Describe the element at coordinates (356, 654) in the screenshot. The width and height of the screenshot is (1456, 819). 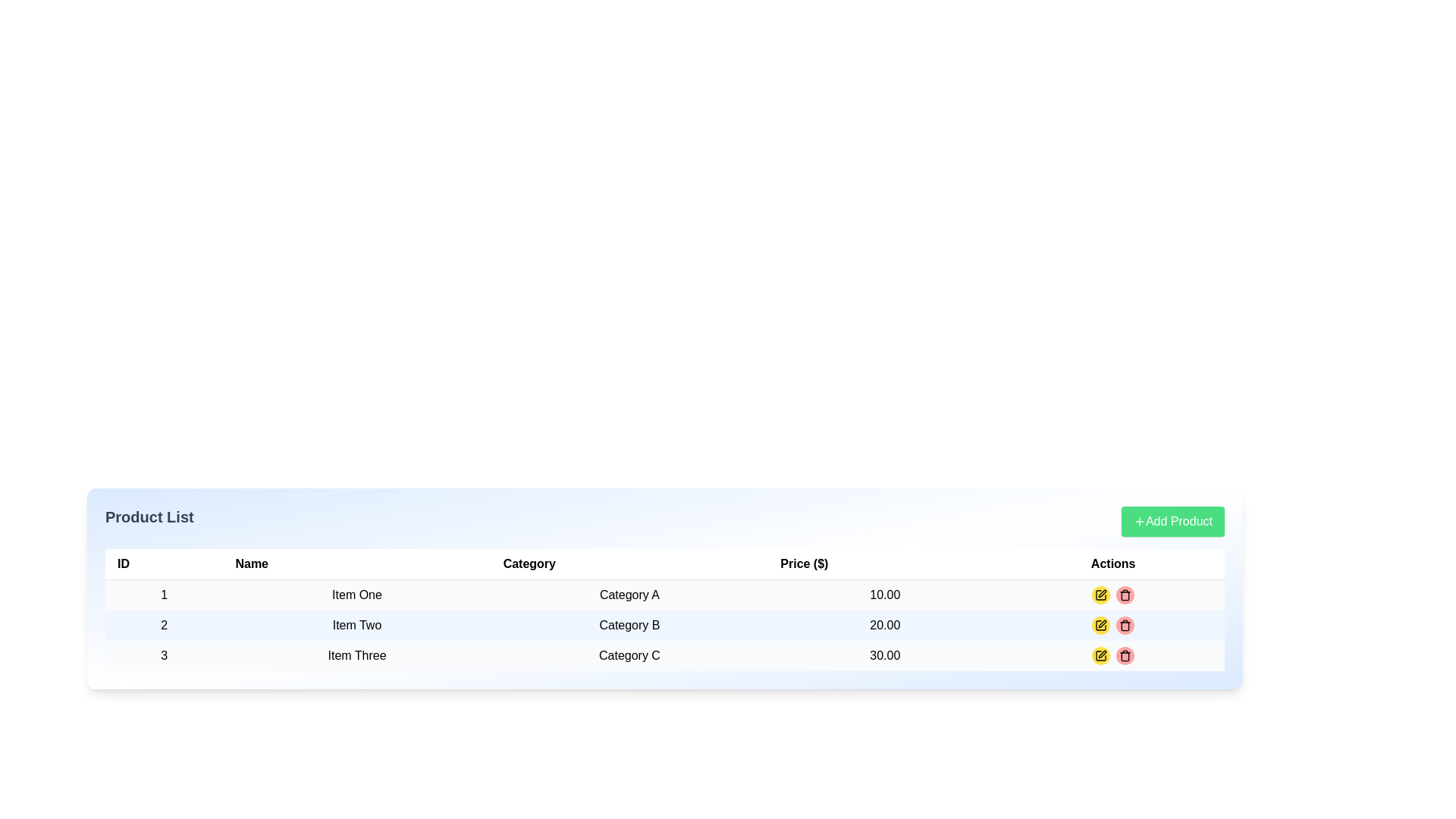
I see `the Text Label displaying 'Item Three', which is the second cell in the row for the third item of the table, located centrally between 'Category C' and '3'` at that location.